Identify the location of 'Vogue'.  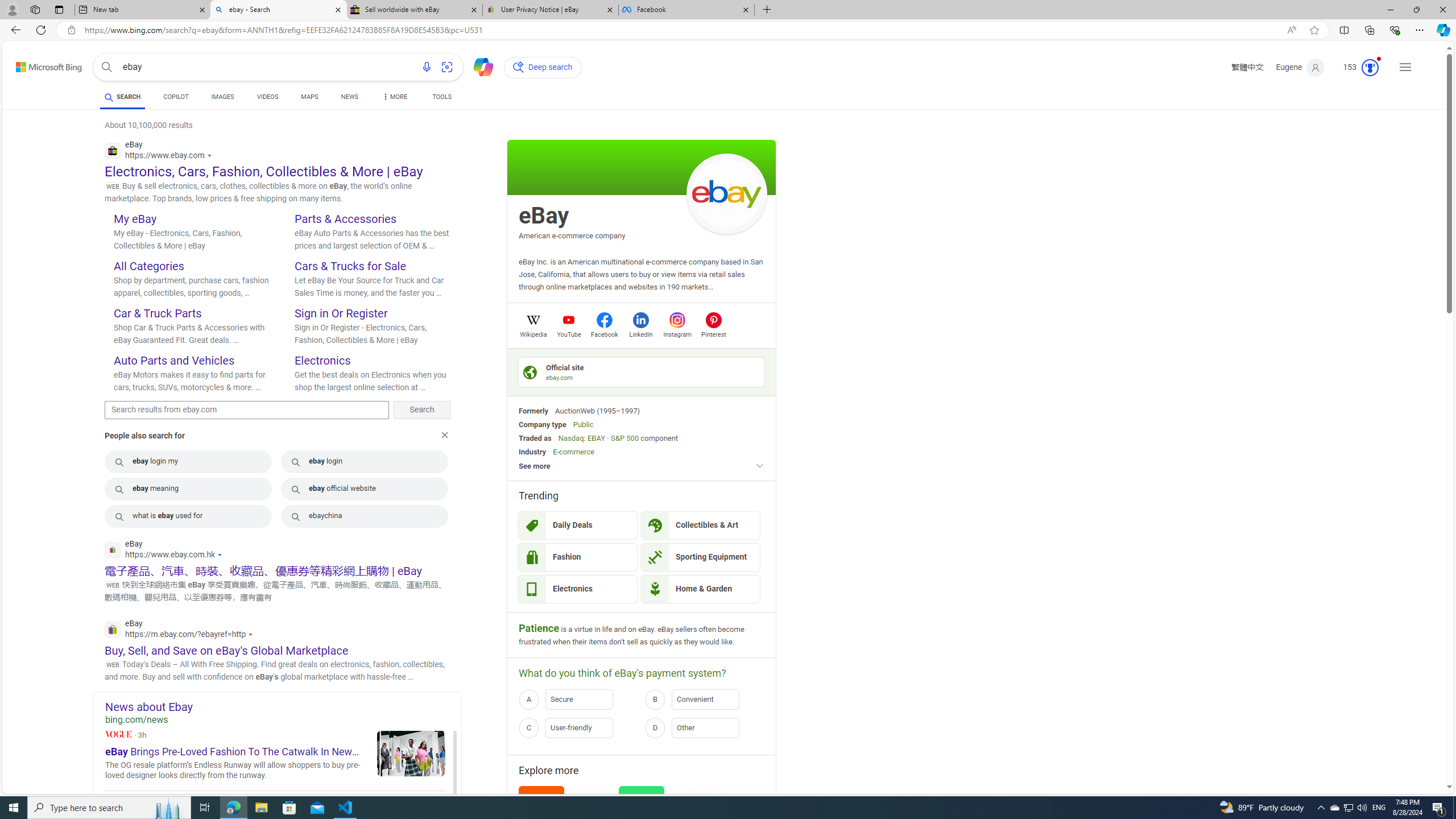
(118, 734).